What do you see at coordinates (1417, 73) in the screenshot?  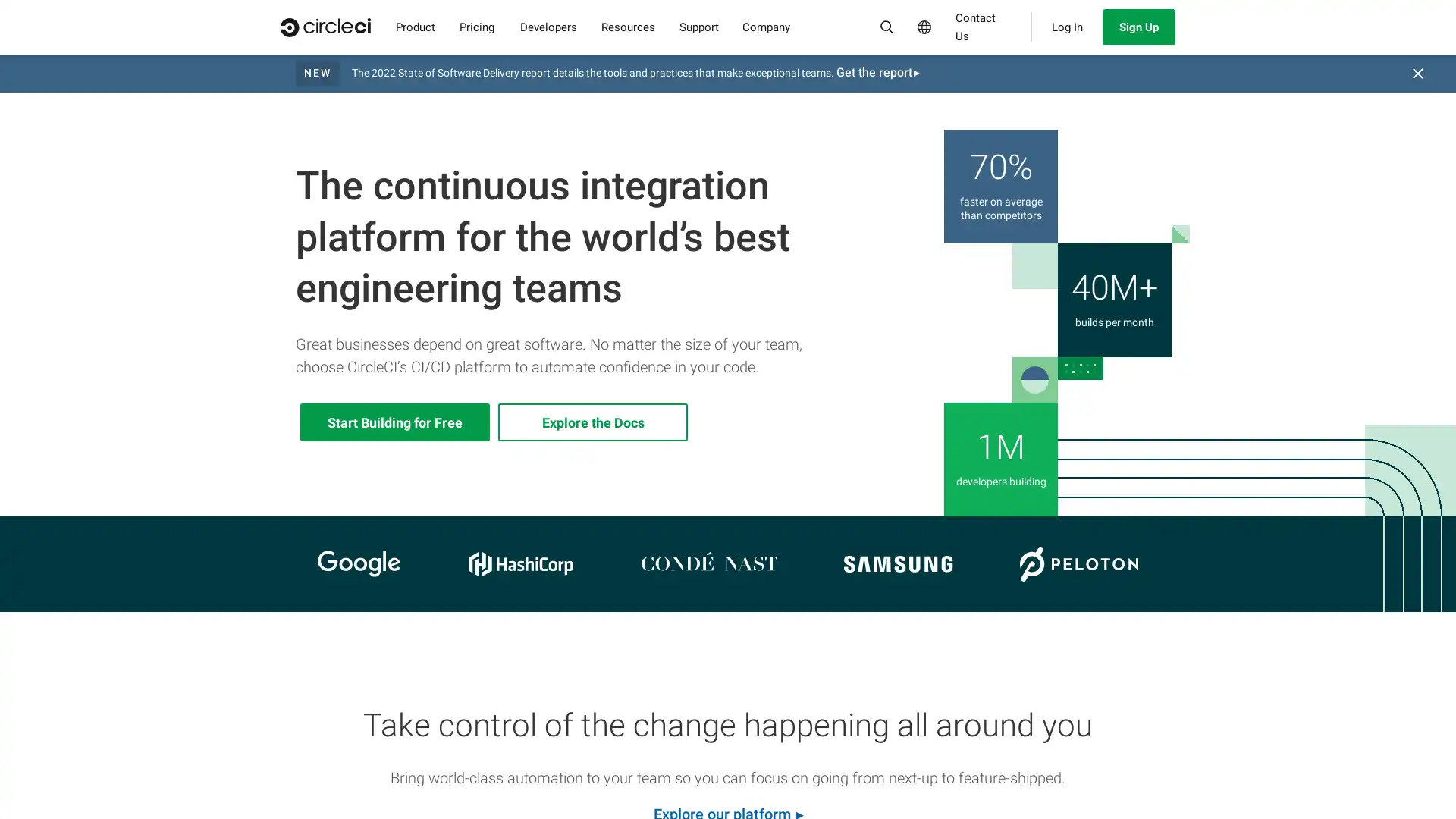 I see `Close banner` at bounding box center [1417, 73].